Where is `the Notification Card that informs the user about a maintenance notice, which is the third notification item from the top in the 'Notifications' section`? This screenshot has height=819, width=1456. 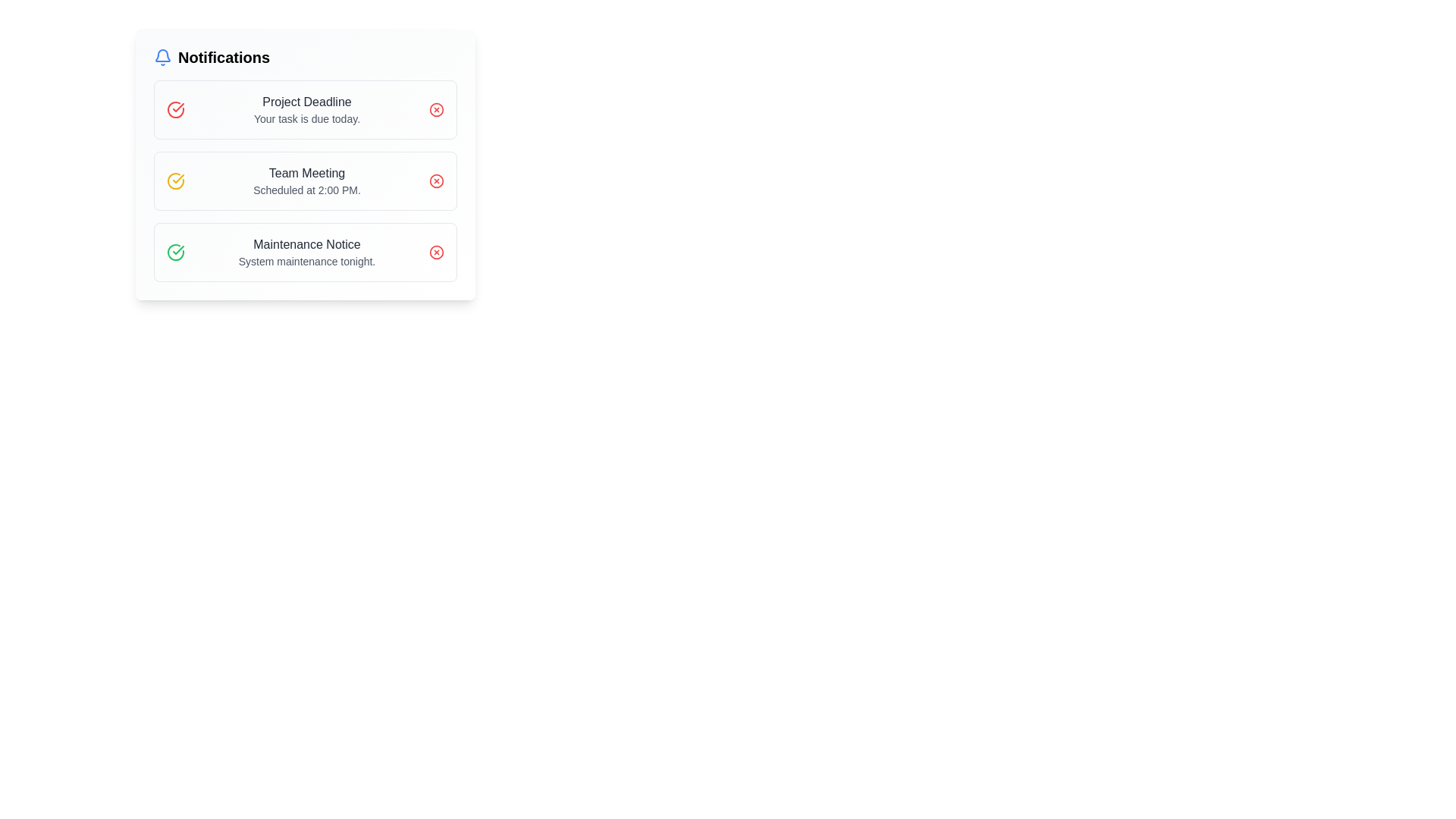 the Notification Card that informs the user about a maintenance notice, which is the third notification item from the top in the 'Notifications' section is located at coordinates (305, 251).